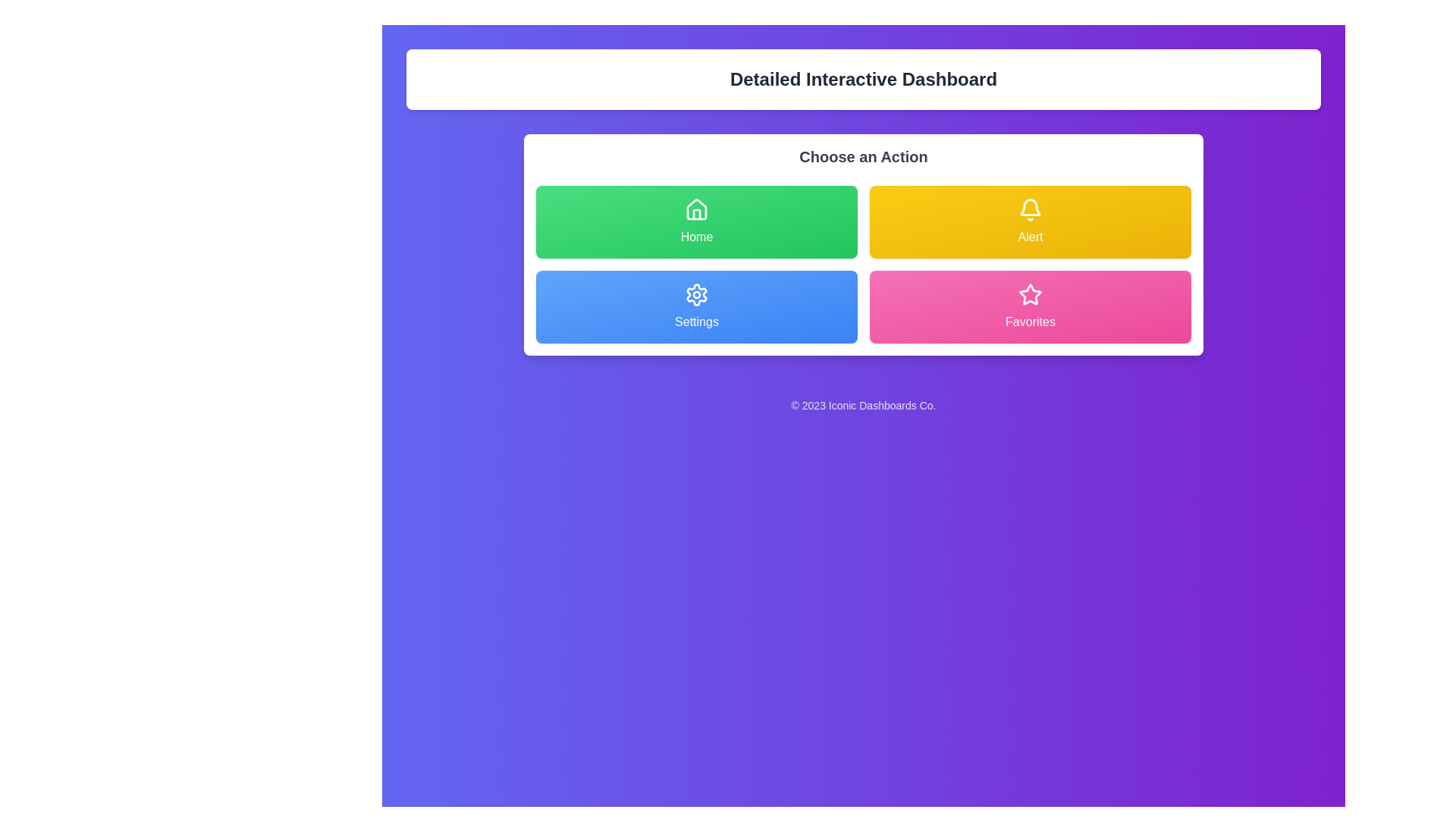  What do you see at coordinates (695, 209) in the screenshot?
I see `the house-shaped icon representing the 'Home' action, which is located on a green rectangular button labeled 'Home' in a grid layout` at bounding box center [695, 209].